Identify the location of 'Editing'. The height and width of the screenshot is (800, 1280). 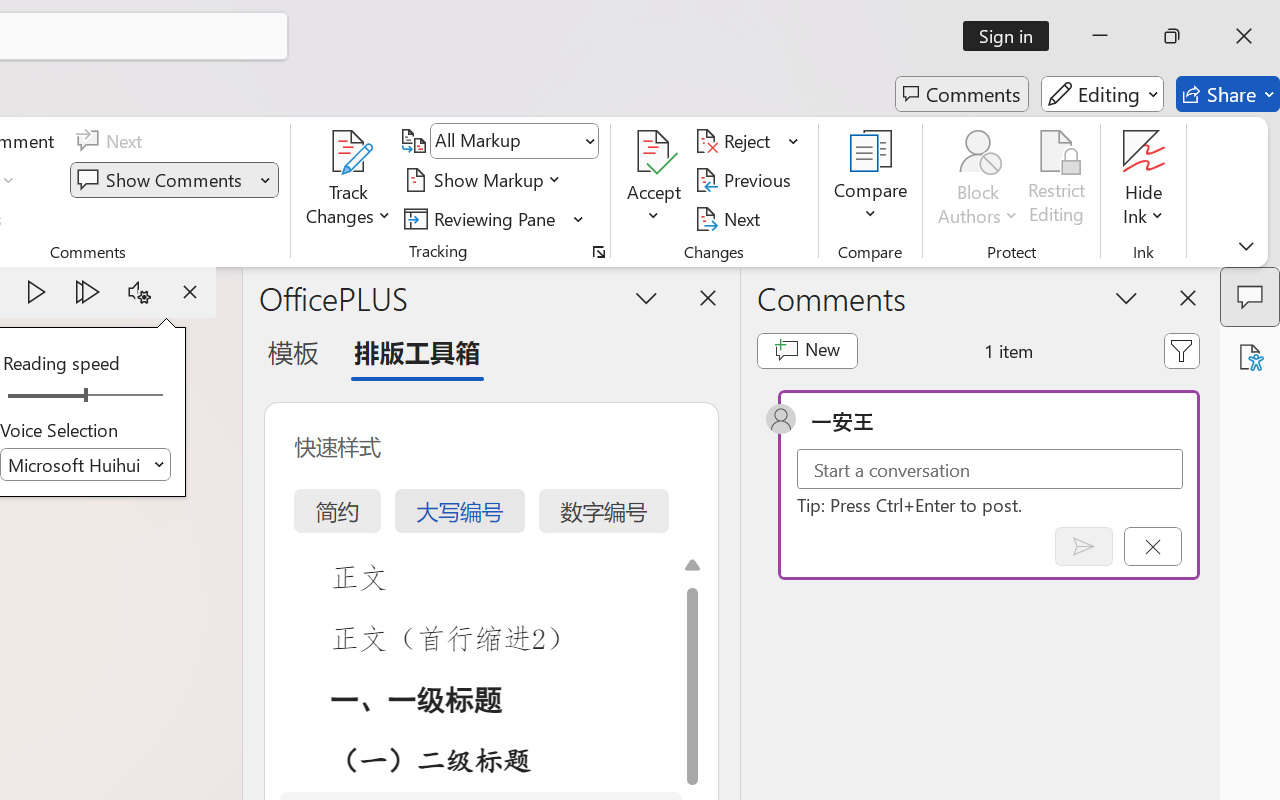
(1101, 94).